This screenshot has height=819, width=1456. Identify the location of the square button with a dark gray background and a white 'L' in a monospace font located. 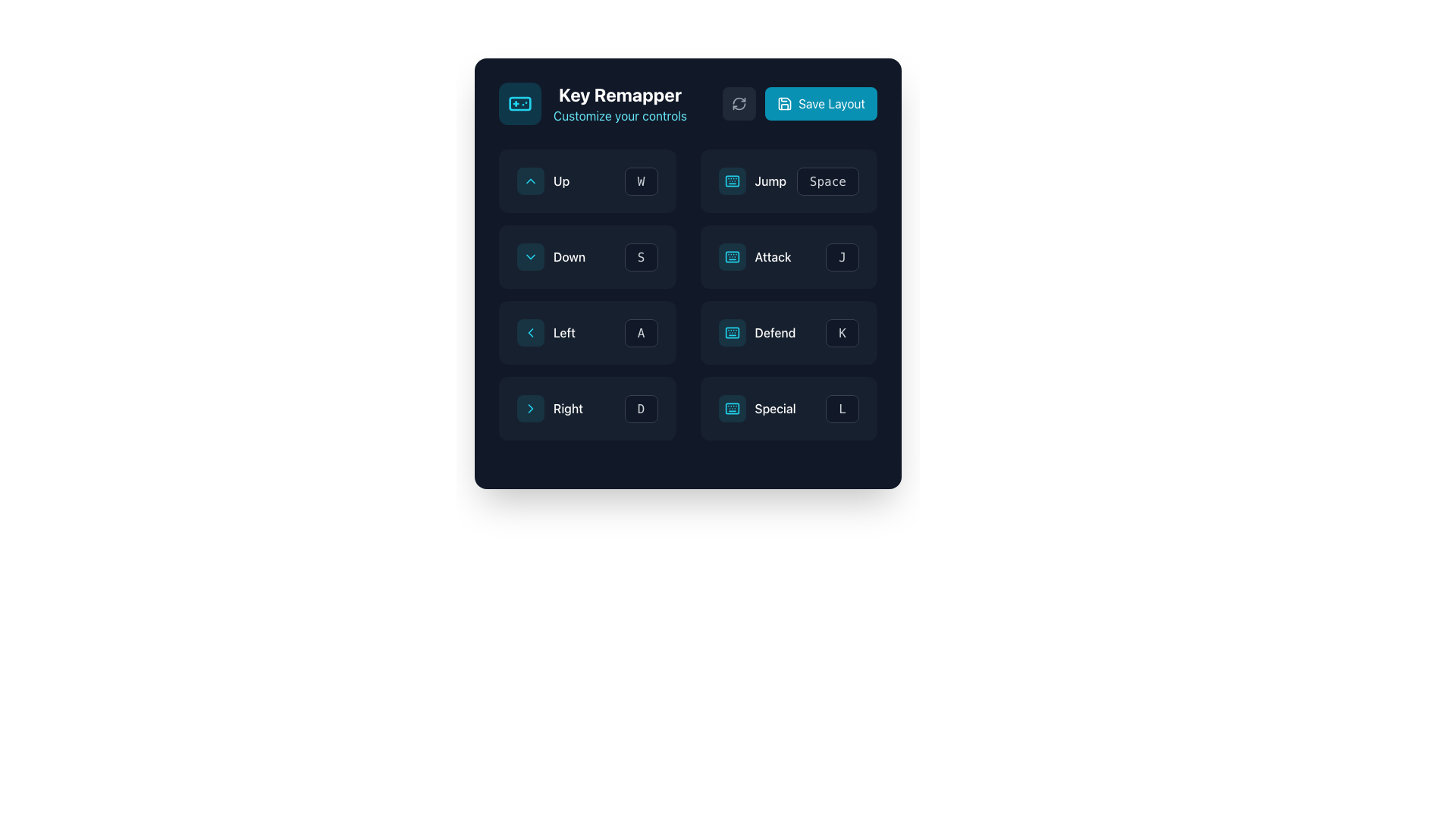
(841, 408).